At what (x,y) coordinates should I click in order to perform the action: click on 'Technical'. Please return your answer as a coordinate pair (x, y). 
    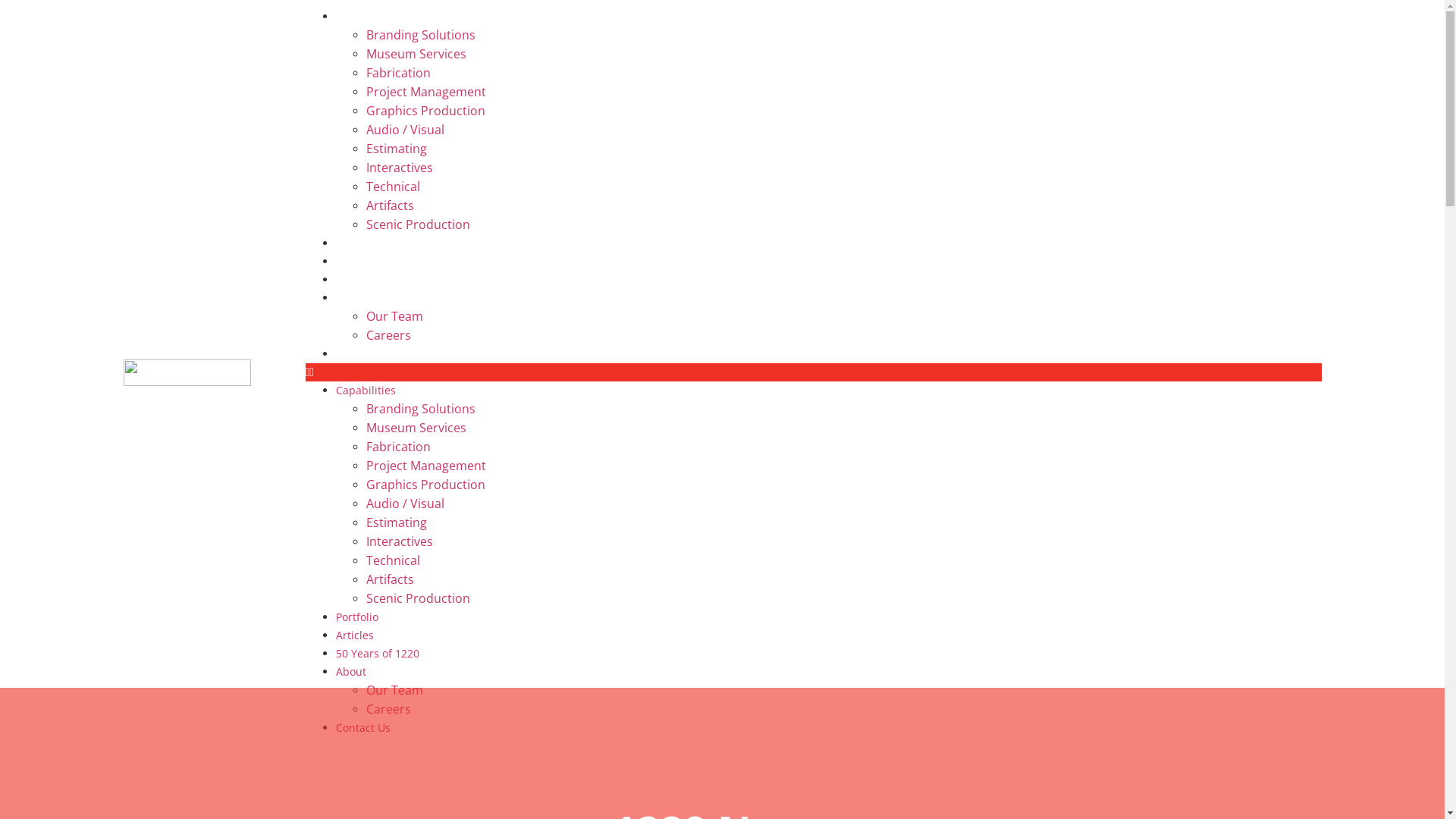
    Looking at the image, I should click on (392, 560).